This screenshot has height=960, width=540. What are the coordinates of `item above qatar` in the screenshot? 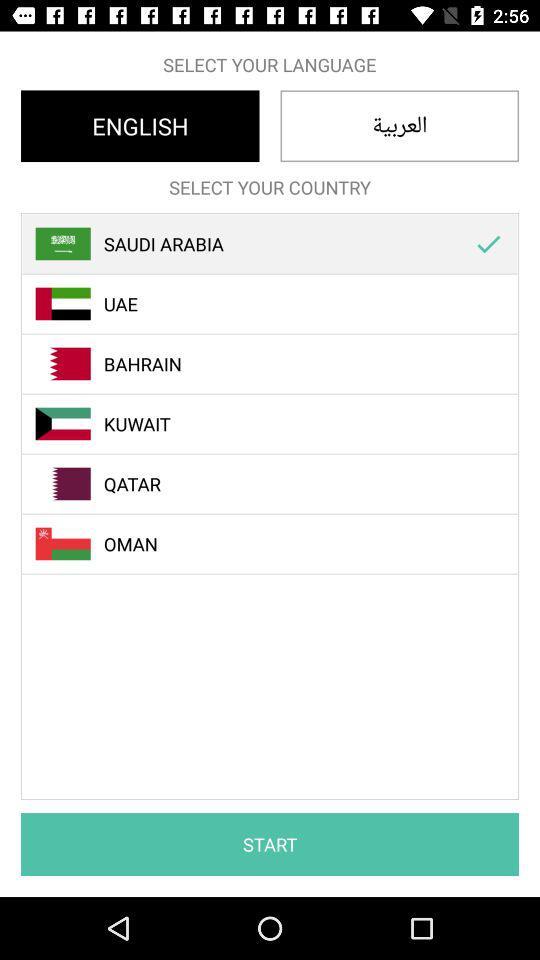 It's located at (280, 424).